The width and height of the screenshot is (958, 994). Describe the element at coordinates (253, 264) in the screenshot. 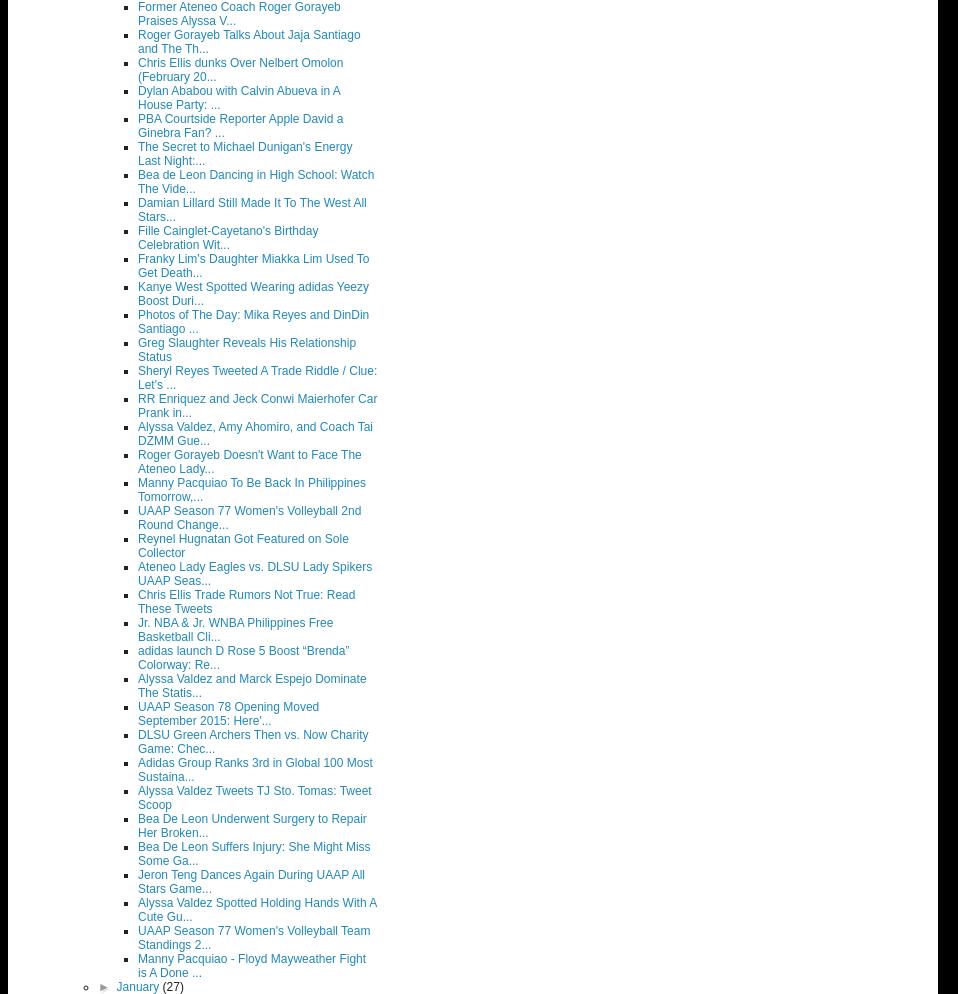

I see `'Franky Lim's Daughter Miakka Lim Used To Get Death...'` at that location.